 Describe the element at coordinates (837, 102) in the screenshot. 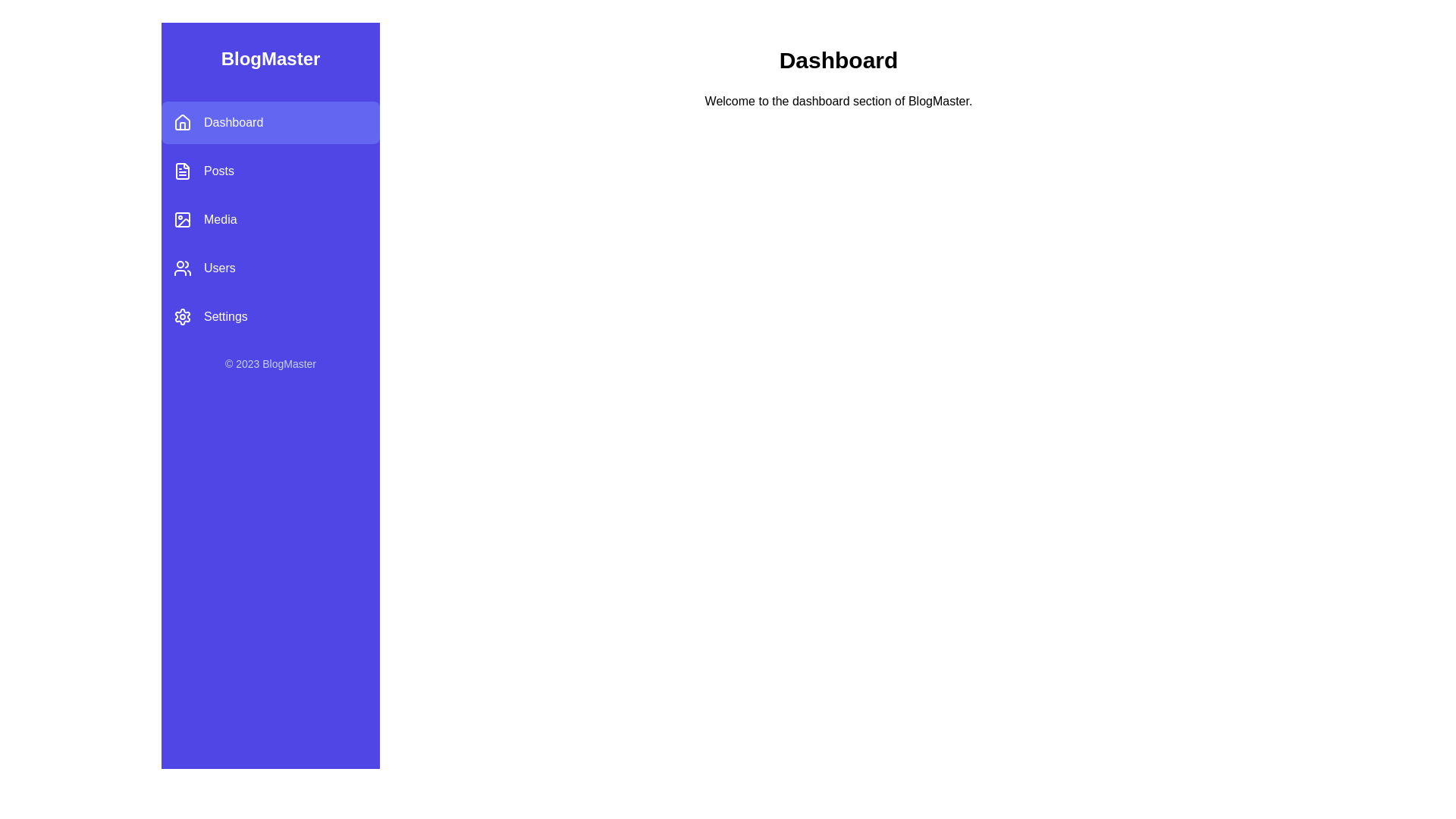

I see `the welcoming message text display located below the 'Dashboard' heading in the main content area of BlogMaster` at that location.